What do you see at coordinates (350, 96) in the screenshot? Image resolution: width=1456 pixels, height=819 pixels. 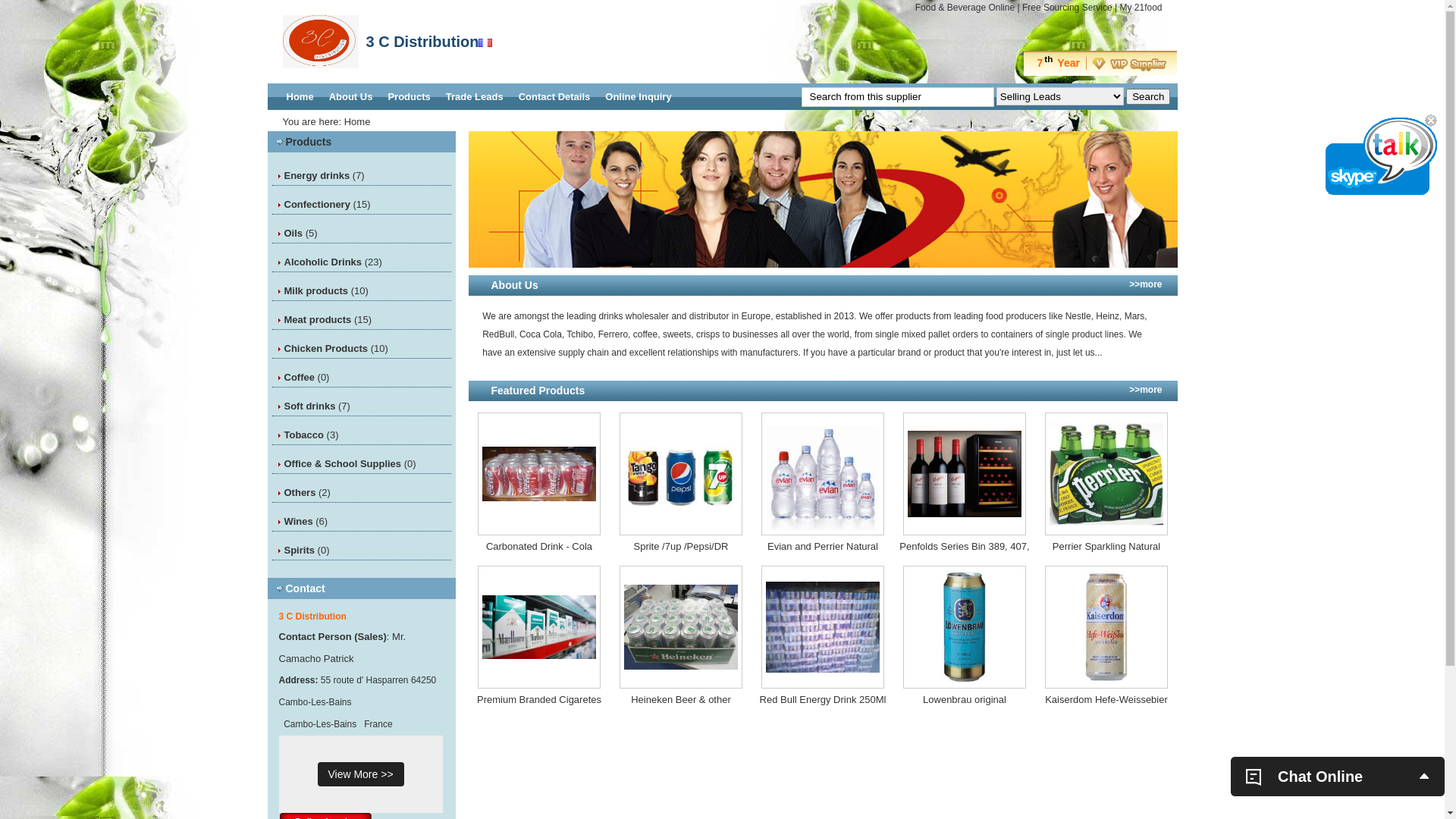 I see `'About Us'` at bounding box center [350, 96].